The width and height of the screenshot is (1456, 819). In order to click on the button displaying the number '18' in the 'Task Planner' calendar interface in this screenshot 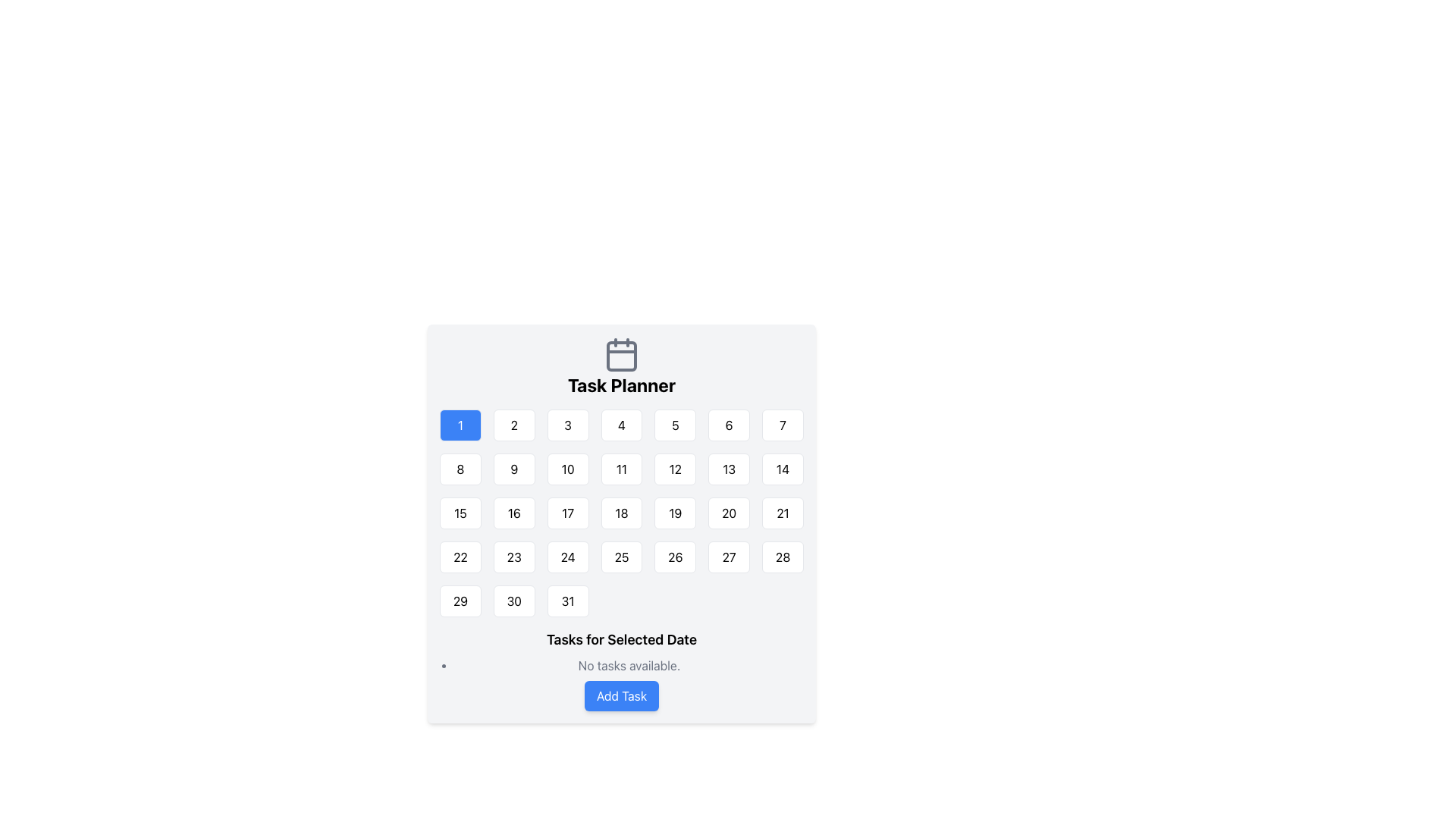, I will do `click(622, 513)`.